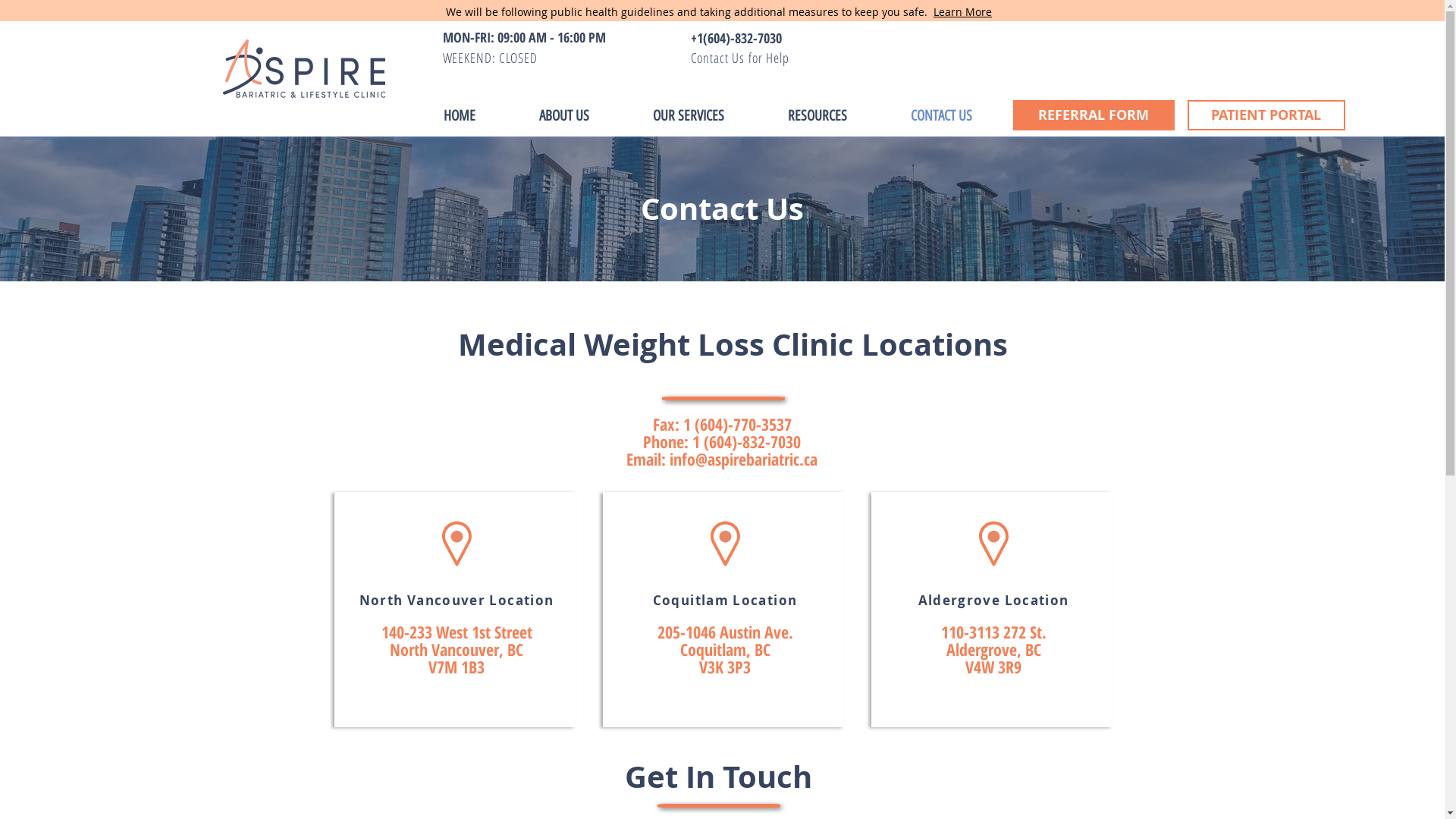  I want to click on 'CONTACT US', so click(940, 115).